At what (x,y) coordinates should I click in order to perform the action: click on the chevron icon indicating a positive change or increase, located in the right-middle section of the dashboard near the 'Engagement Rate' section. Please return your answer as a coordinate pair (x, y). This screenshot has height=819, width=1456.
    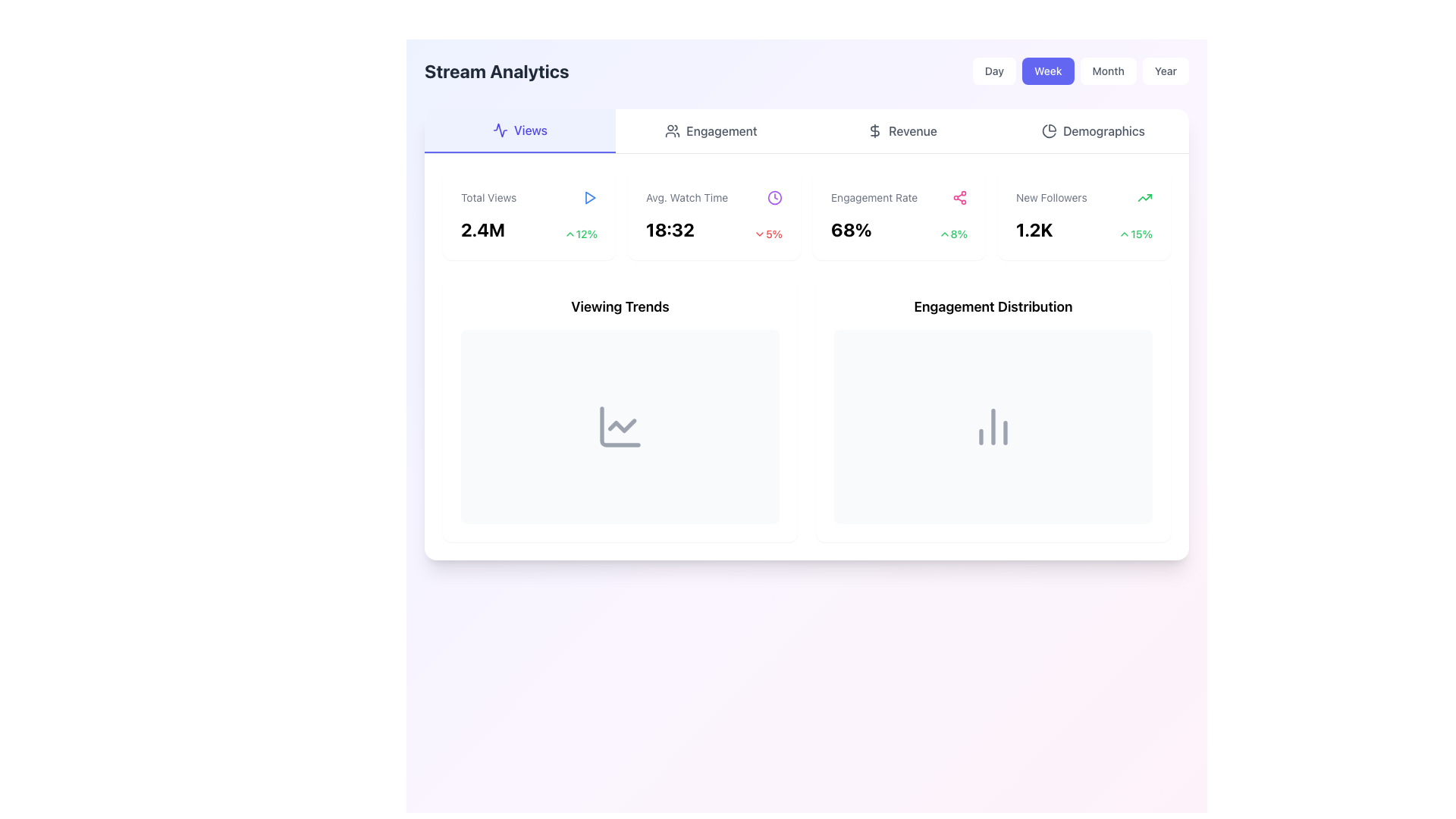
    Looking at the image, I should click on (943, 234).